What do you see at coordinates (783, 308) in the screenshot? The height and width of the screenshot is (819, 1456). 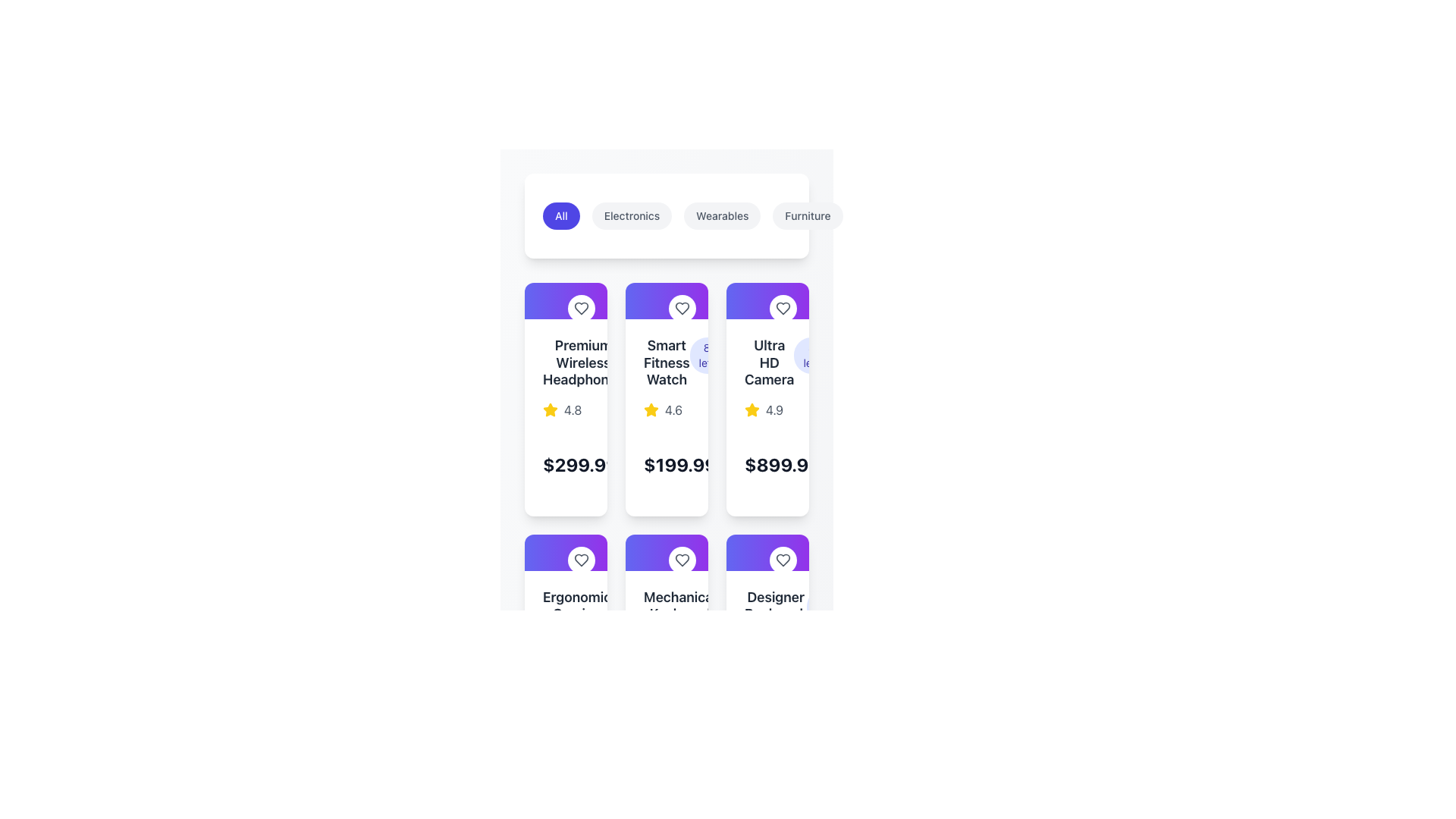 I see `the favorite action button located at the top-right corner of the 'Ultra HD Camera' card` at bounding box center [783, 308].